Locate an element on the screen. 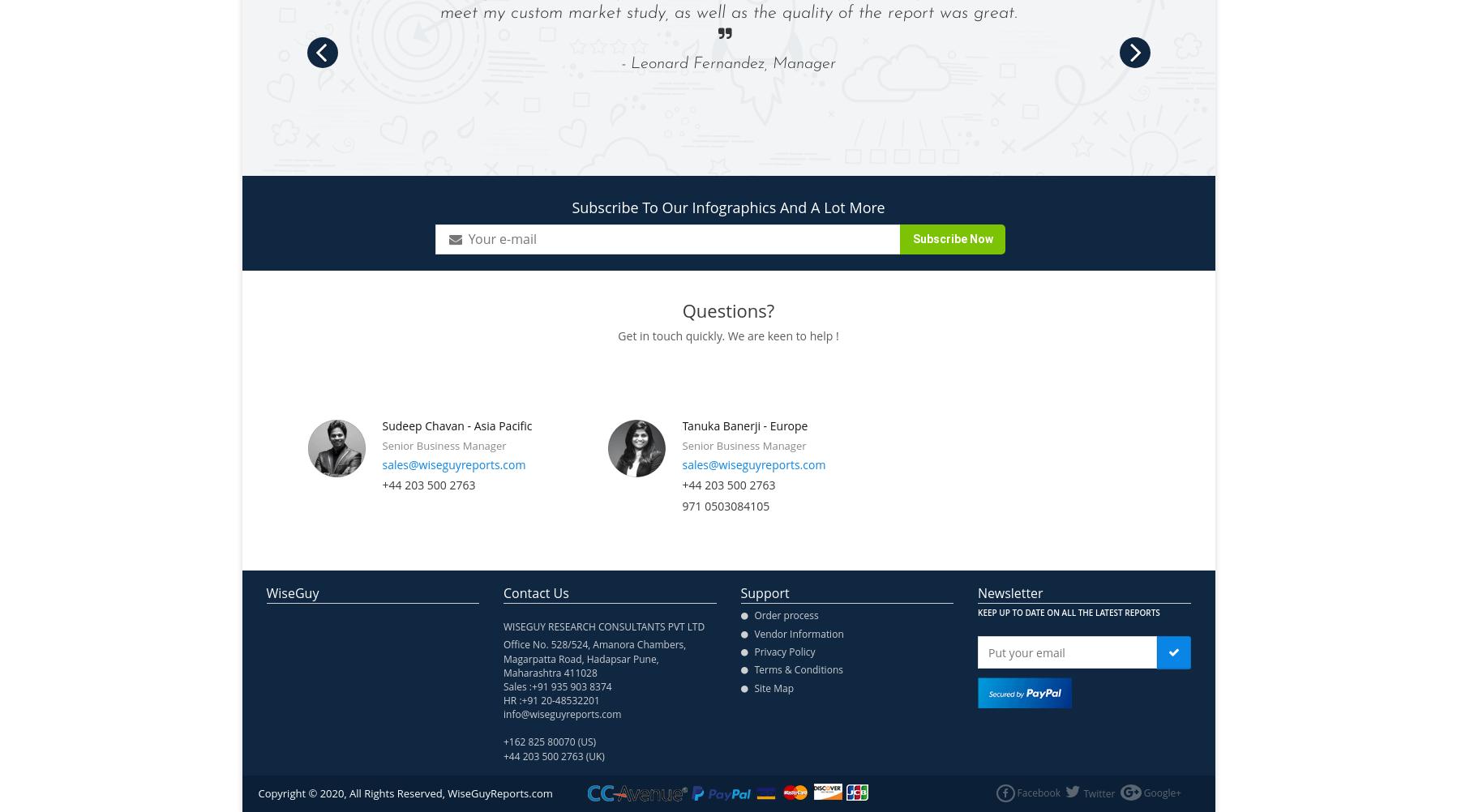 This screenshot has height=812, width=1457. 'info@wiseguyreports.com' is located at coordinates (562, 714).